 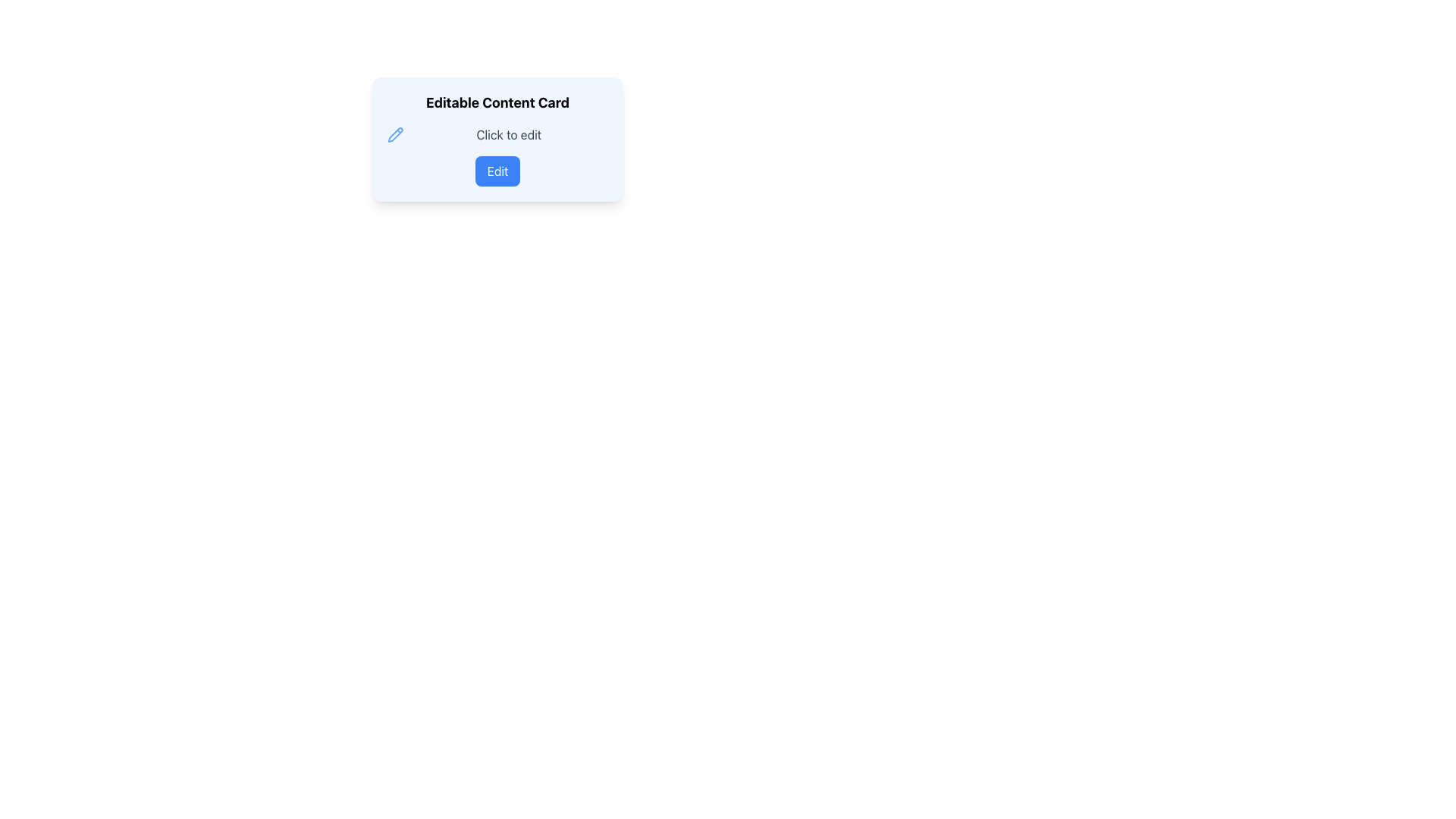 I want to click on the blue-accented pencil icon located in the top-left portion of the primary editable content card, so click(x=395, y=133).